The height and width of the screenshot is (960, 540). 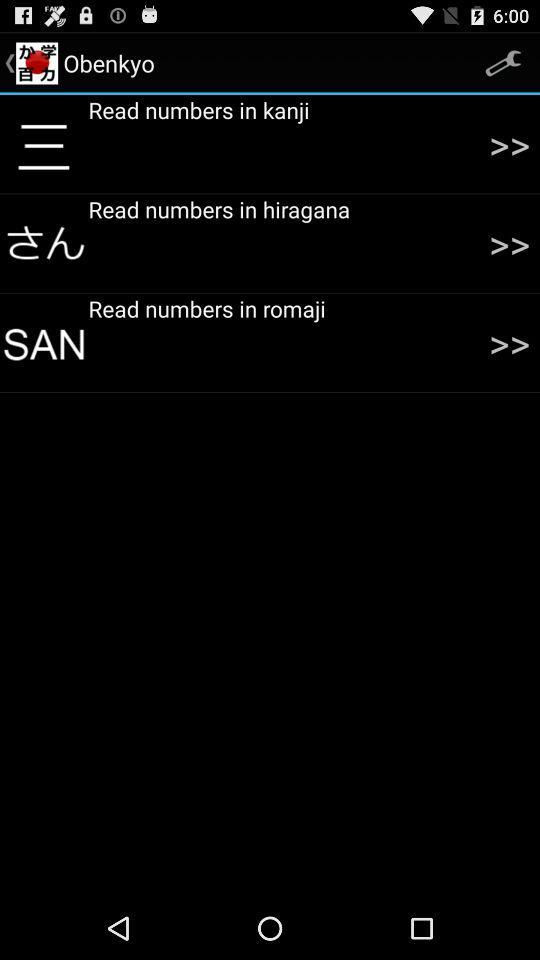 What do you see at coordinates (502, 63) in the screenshot?
I see `the settings icon which is on the top right corner of the screen` at bounding box center [502, 63].